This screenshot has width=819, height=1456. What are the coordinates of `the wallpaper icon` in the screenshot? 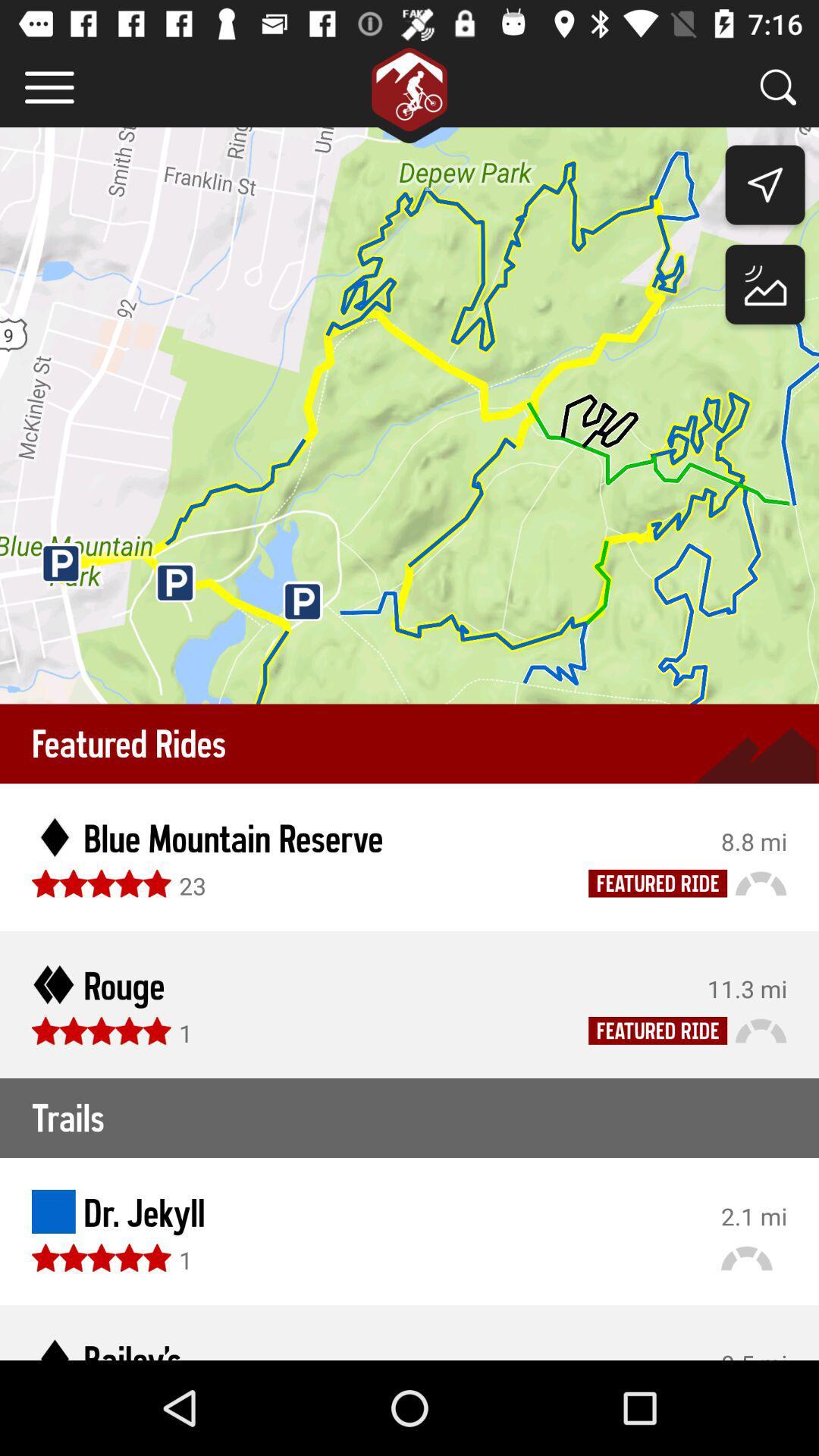 It's located at (765, 288).